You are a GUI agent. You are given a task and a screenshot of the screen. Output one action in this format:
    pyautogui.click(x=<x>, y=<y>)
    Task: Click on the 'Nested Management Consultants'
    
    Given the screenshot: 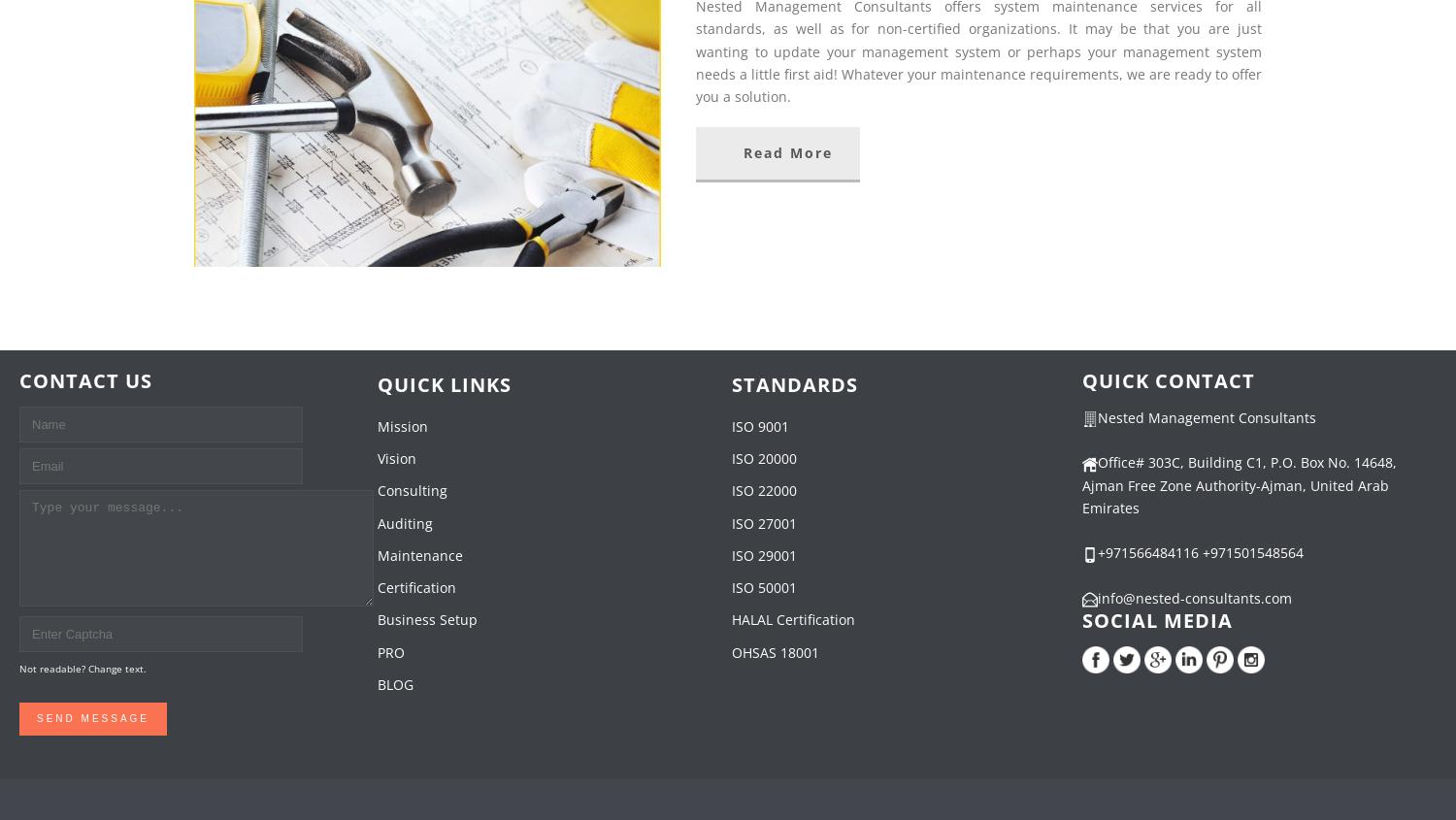 What is the action you would take?
    pyautogui.click(x=1206, y=416)
    